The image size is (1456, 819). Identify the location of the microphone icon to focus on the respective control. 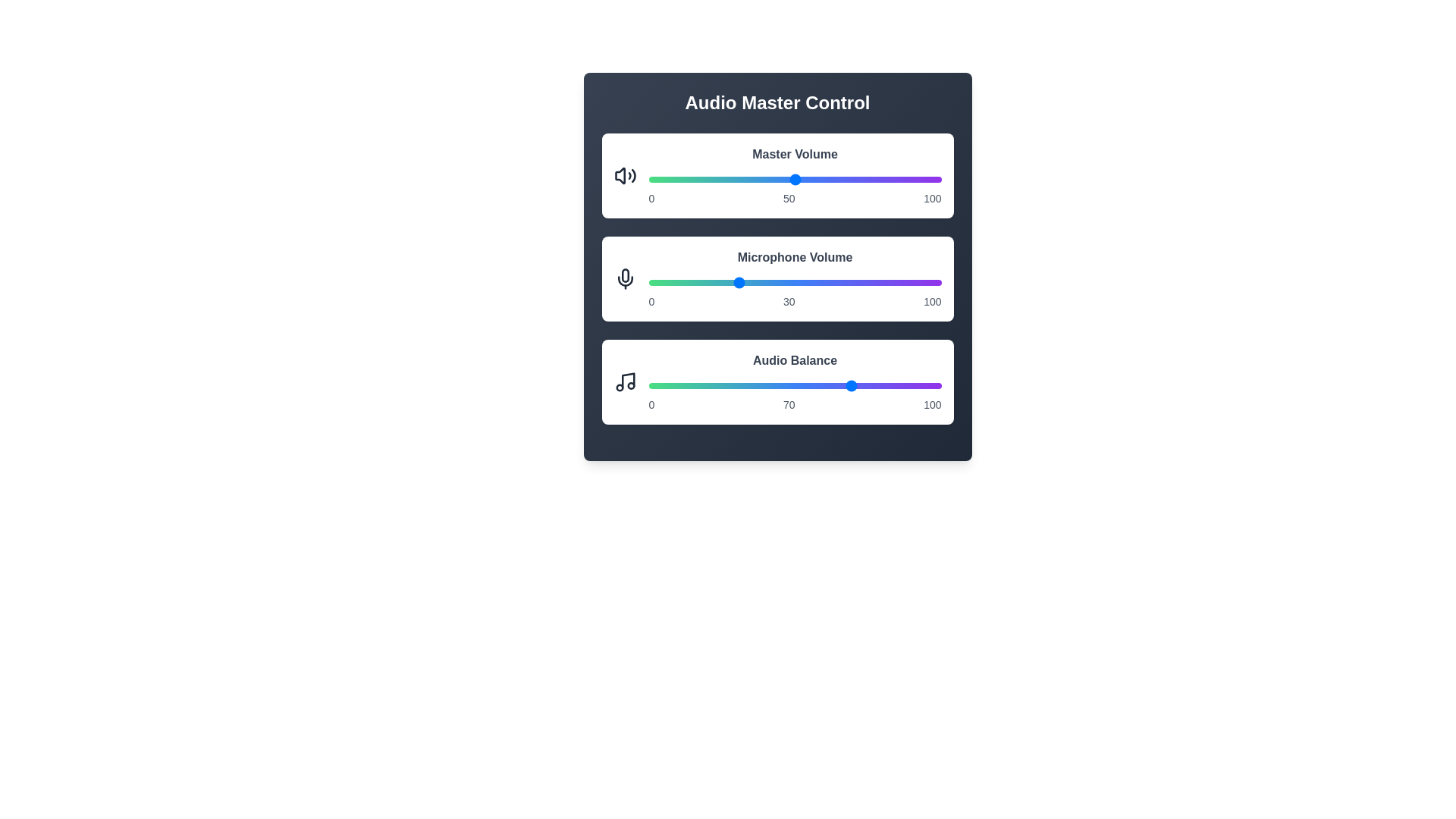
(625, 278).